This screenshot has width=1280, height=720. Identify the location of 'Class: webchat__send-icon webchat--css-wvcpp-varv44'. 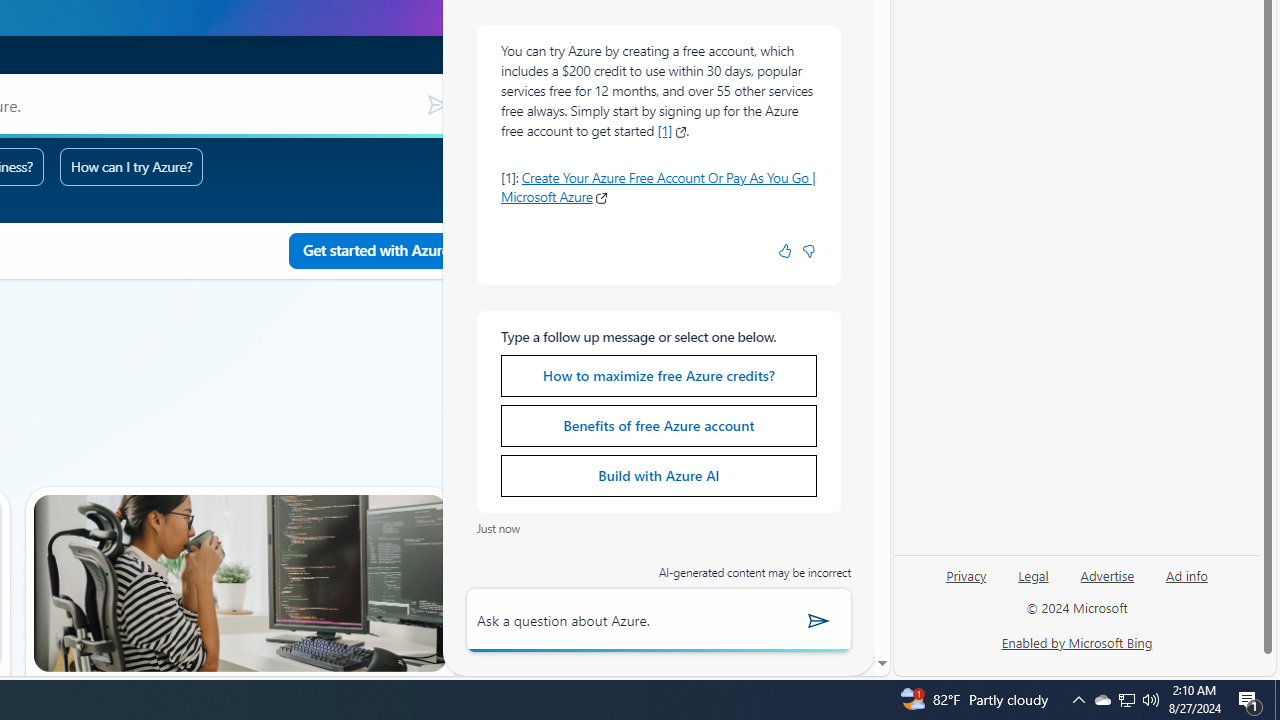
(819, 619).